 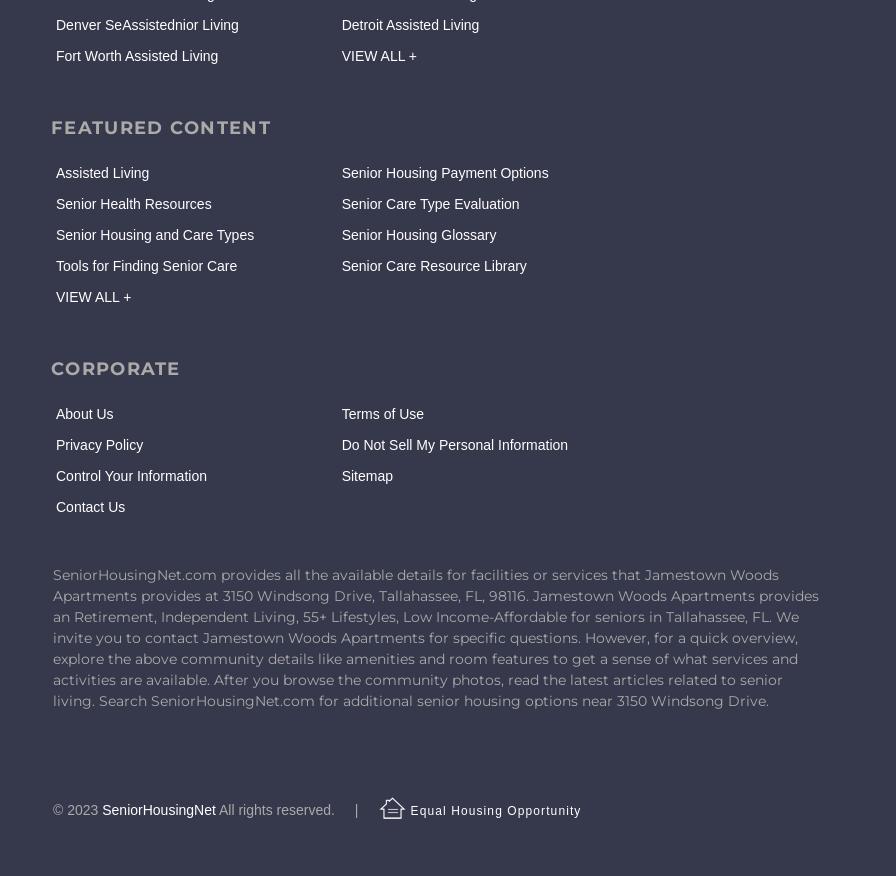 I want to click on 'All rights reserved.', so click(x=276, y=809).